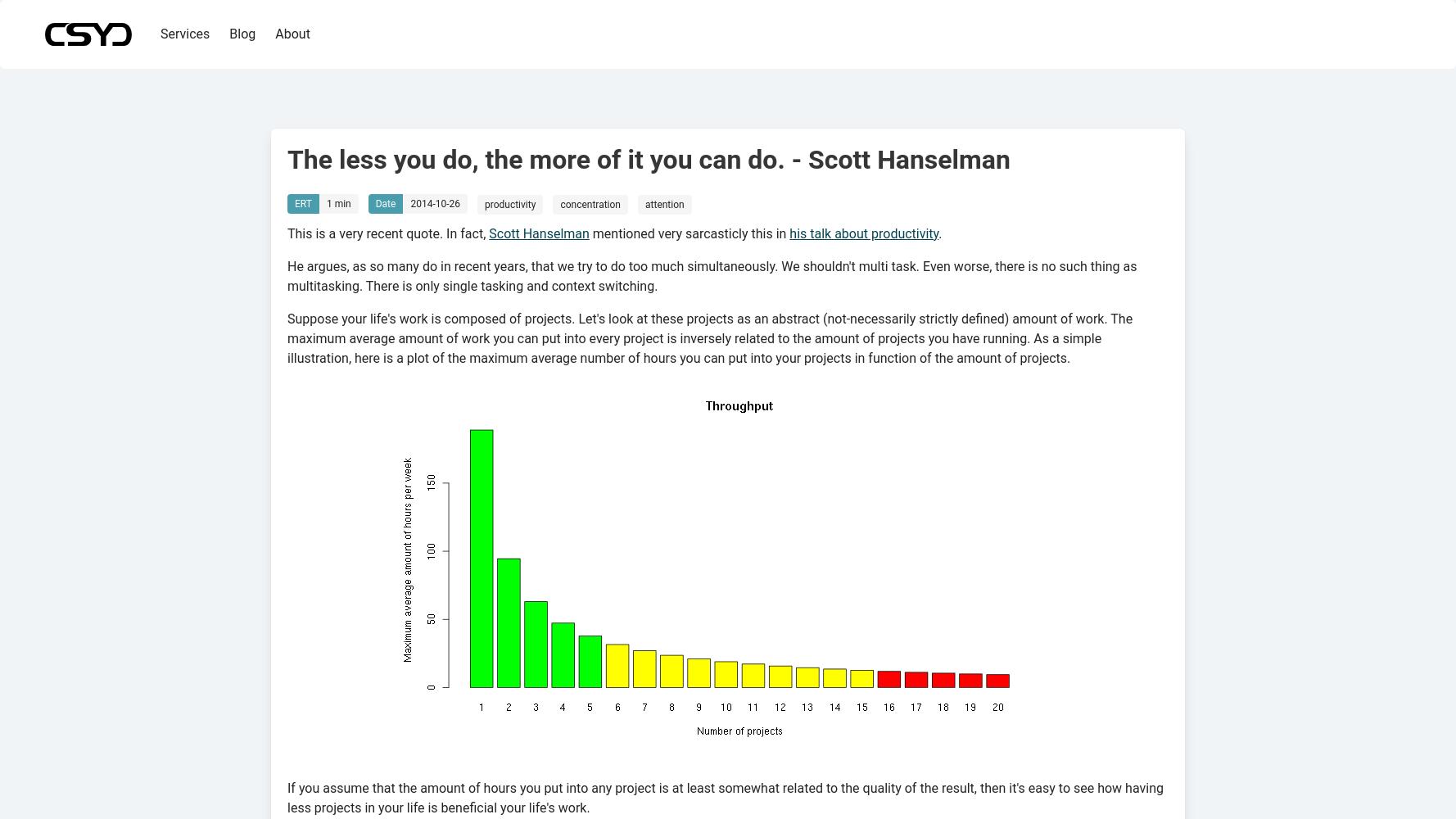 This screenshot has width=1456, height=819. I want to click on 'About', so click(292, 34).